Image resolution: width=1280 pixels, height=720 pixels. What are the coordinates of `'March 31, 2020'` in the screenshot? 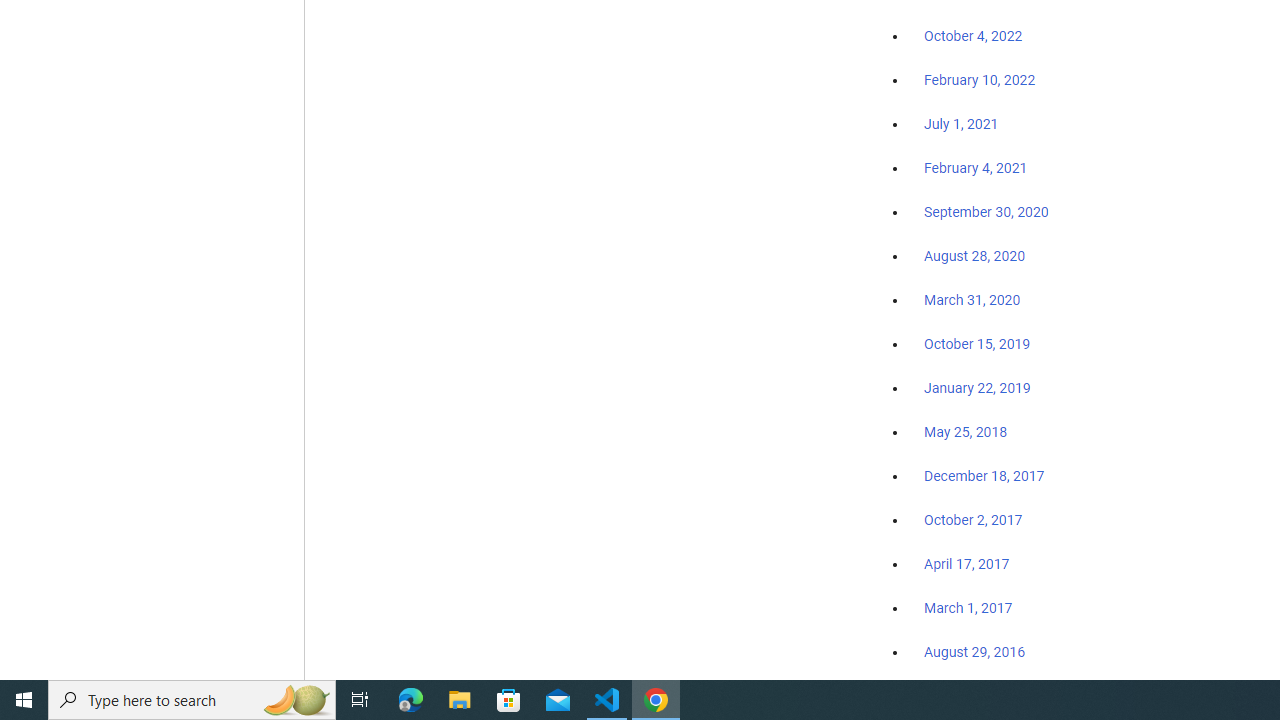 It's located at (972, 299).